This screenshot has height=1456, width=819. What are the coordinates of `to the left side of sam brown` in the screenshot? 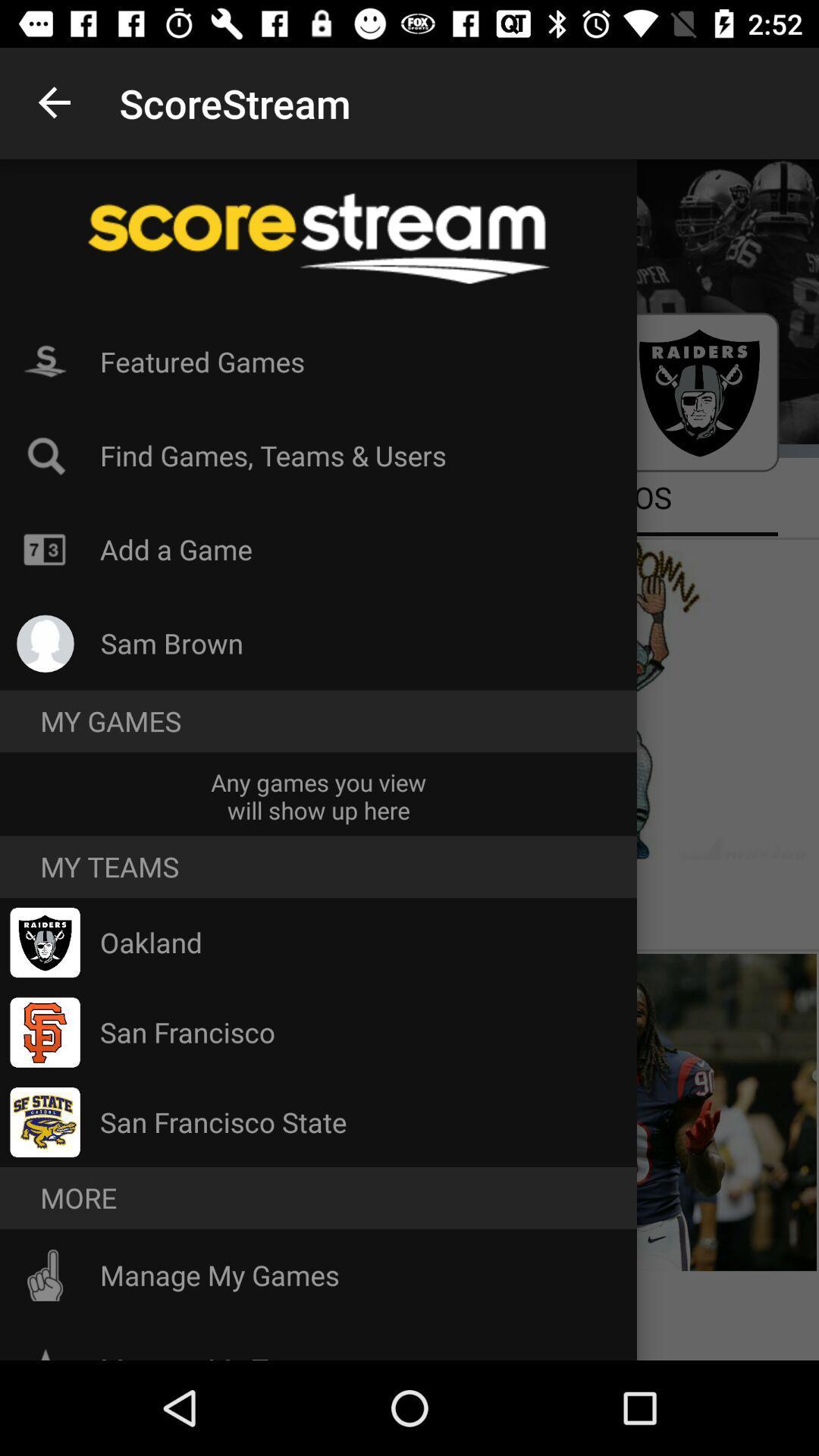 It's located at (45, 644).